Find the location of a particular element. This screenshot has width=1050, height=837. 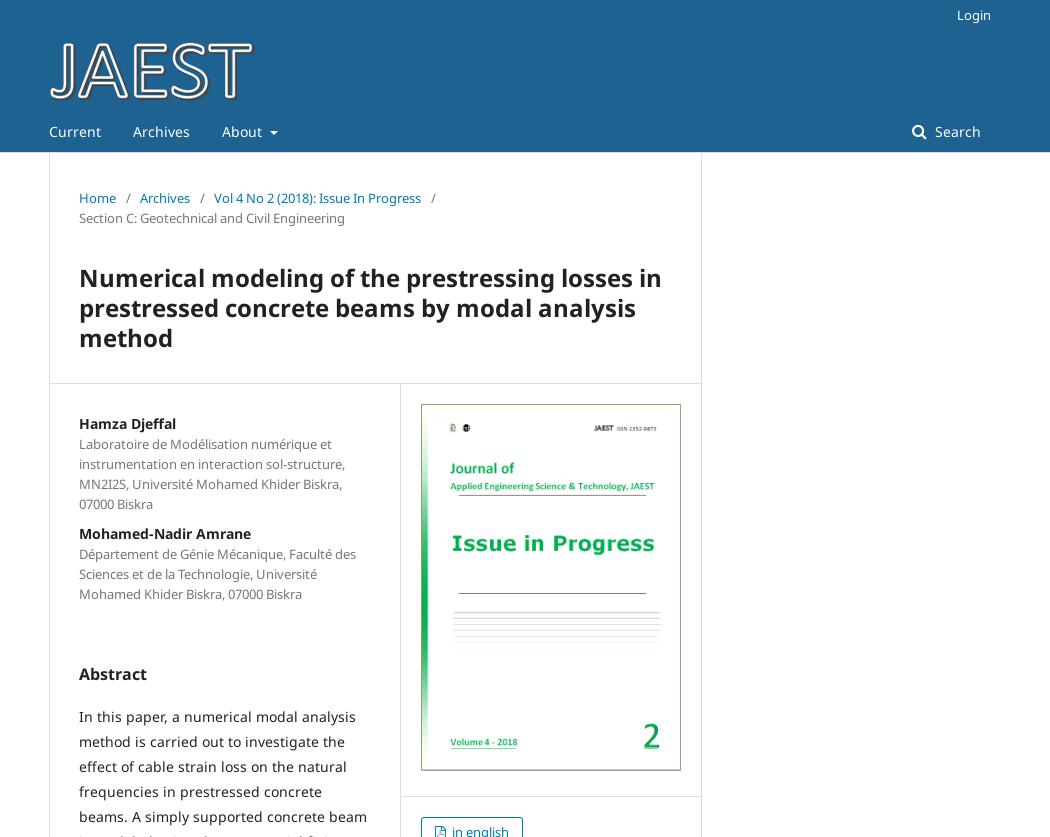

'Vol 4 No 2 (2018): Issue In Progress' is located at coordinates (317, 197).